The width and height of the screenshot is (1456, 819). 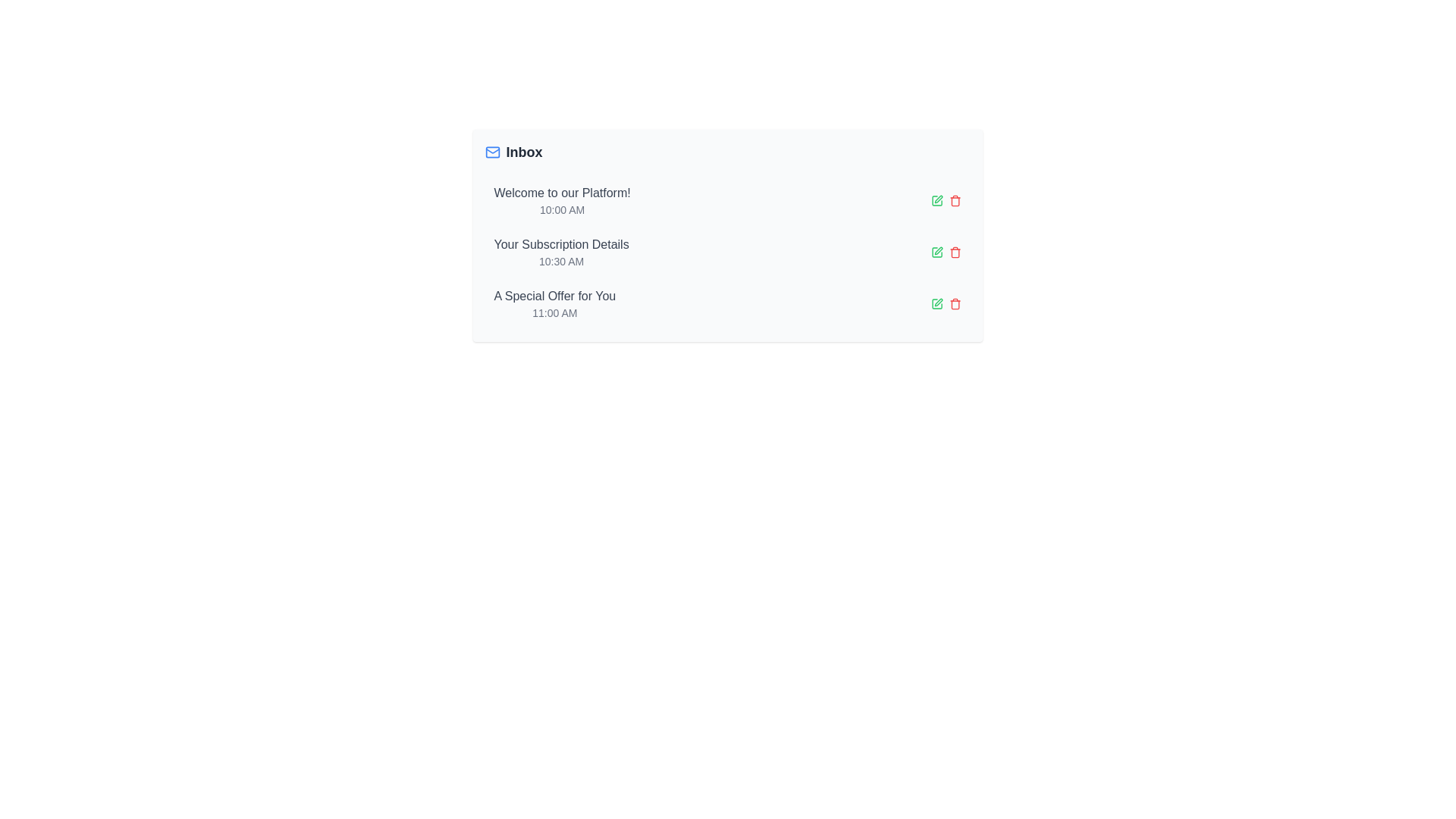 What do you see at coordinates (726, 304) in the screenshot?
I see `the third interactive list item that serves as a notification about a special offer` at bounding box center [726, 304].